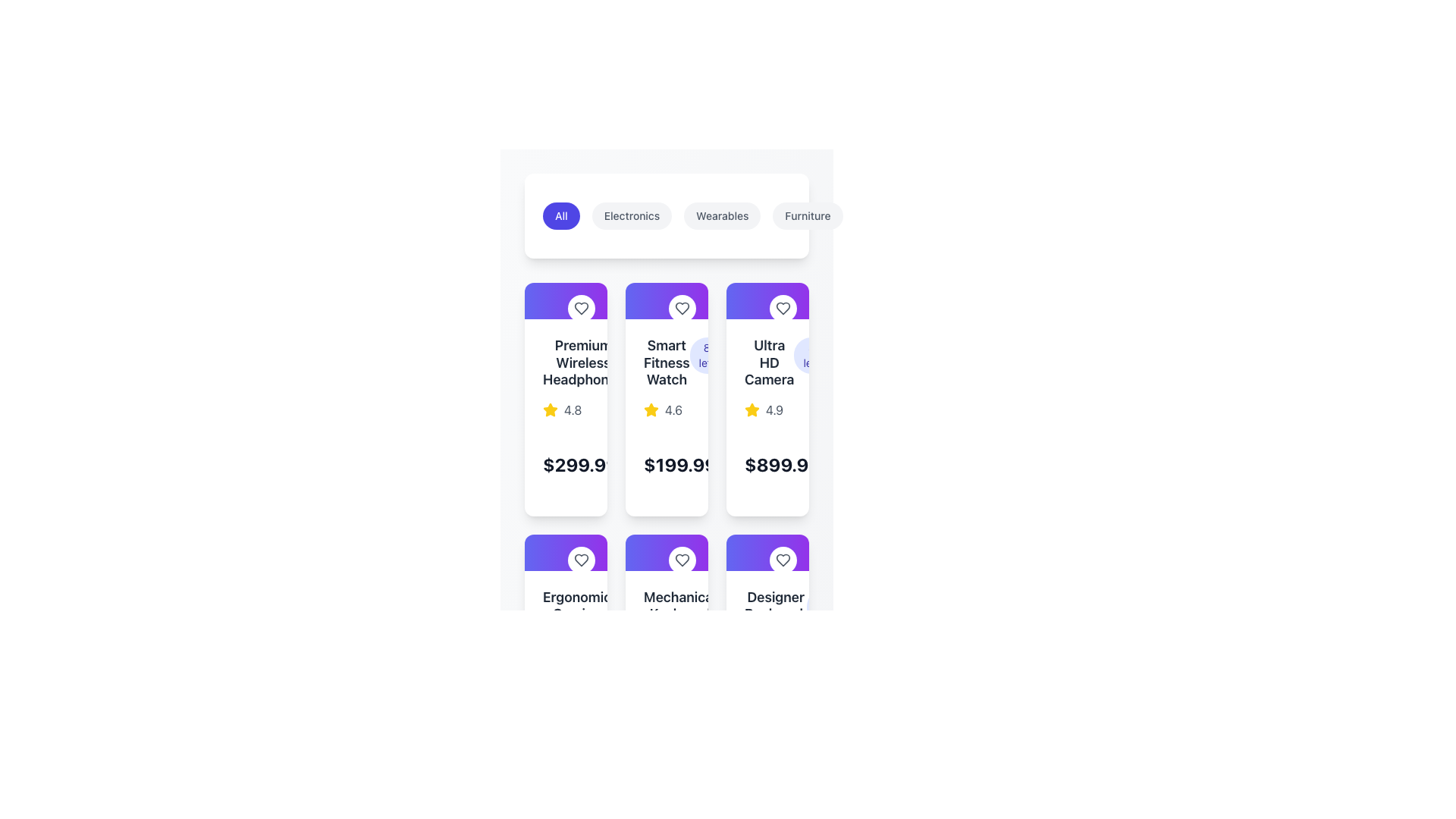 This screenshot has width=1456, height=819. Describe the element at coordinates (565, 362) in the screenshot. I see `on the text element displaying 'Premium Wireless Headphones' and the indicator '15 left'` at that location.